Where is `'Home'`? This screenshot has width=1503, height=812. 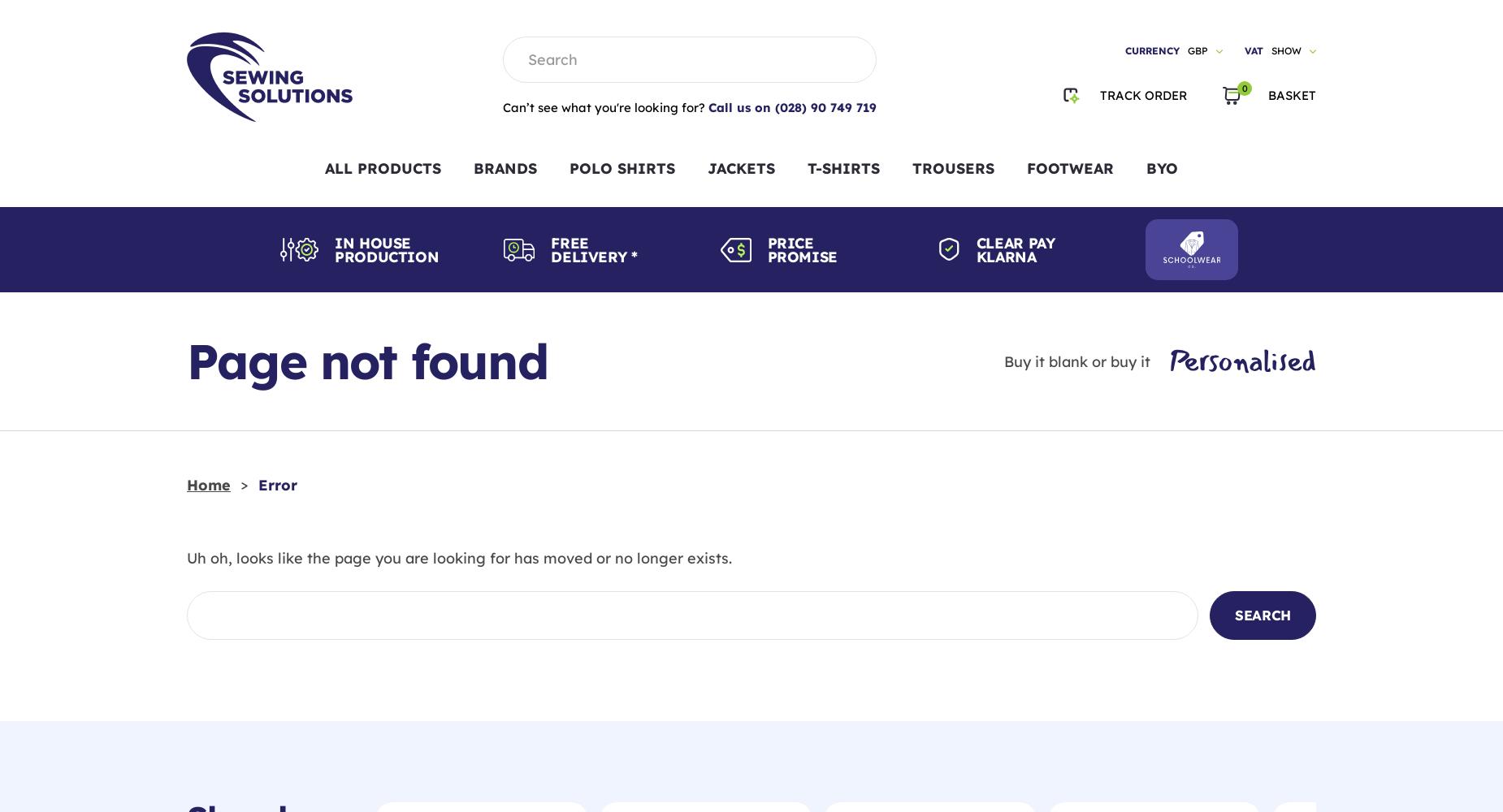
'Home' is located at coordinates (207, 484).